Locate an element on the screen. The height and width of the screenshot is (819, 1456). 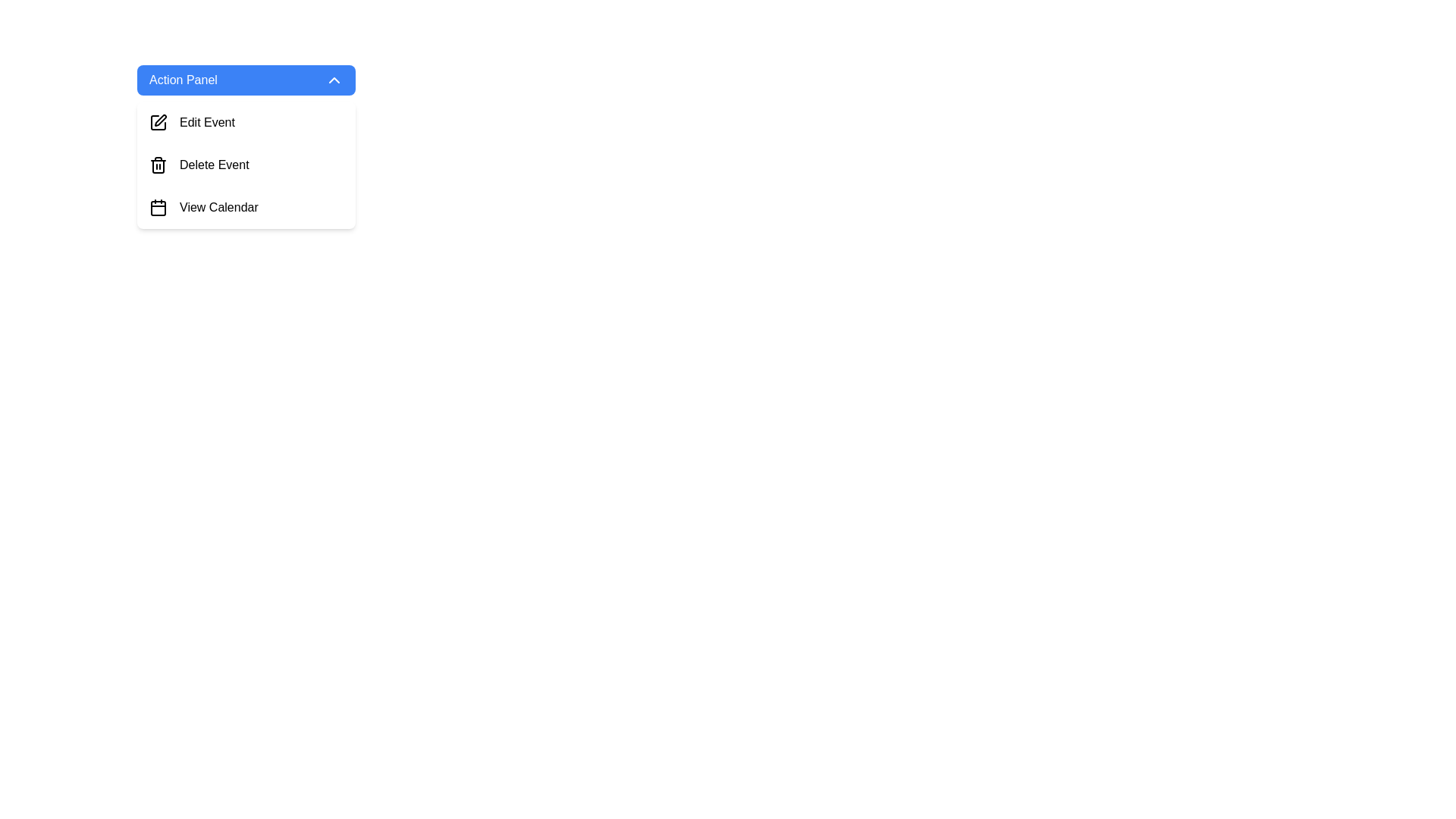
the options in the dropdown menu located below the 'Action Panel' button is located at coordinates (246, 165).